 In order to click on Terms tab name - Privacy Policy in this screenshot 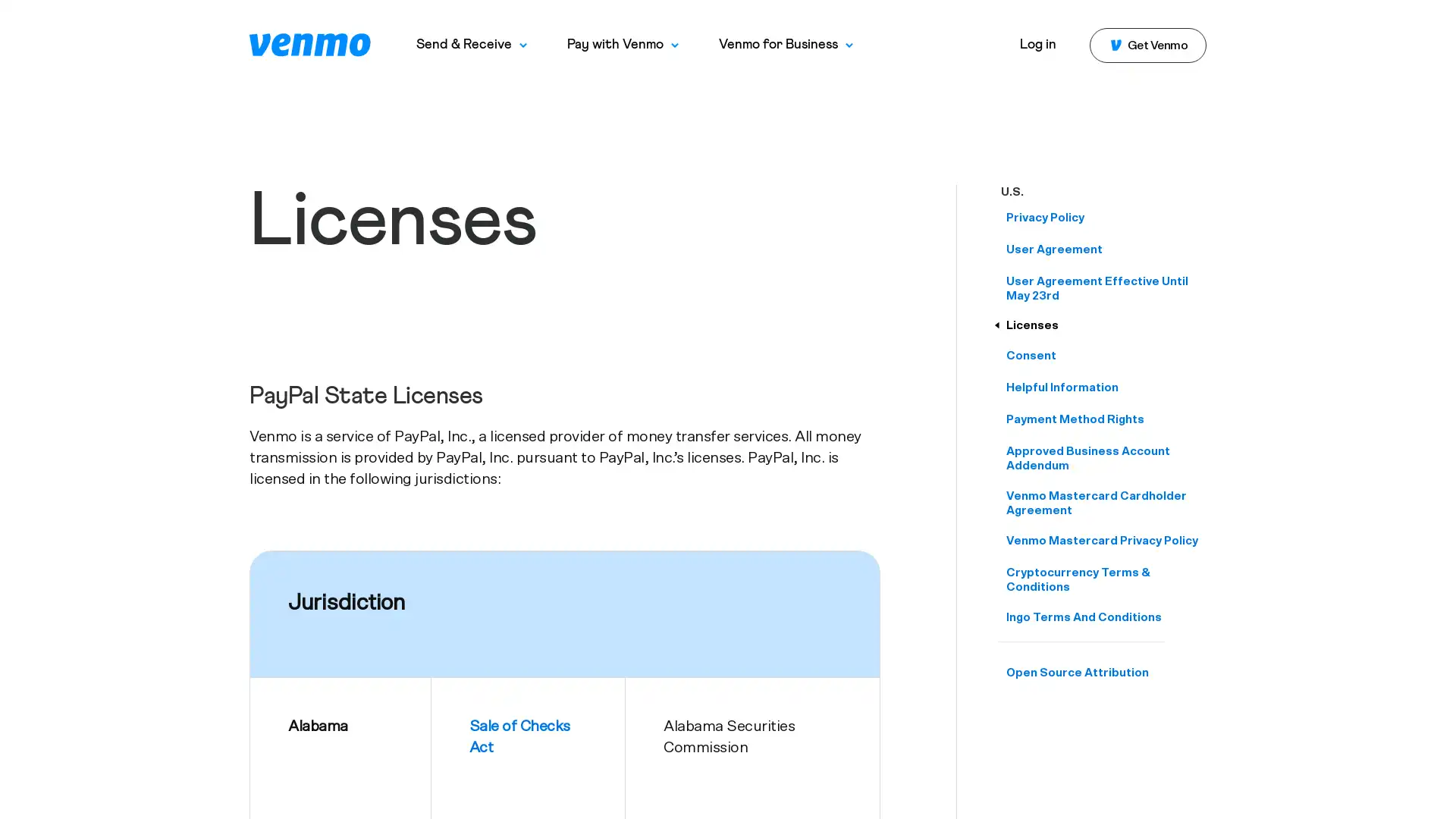, I will do `click(1106, 218)`.